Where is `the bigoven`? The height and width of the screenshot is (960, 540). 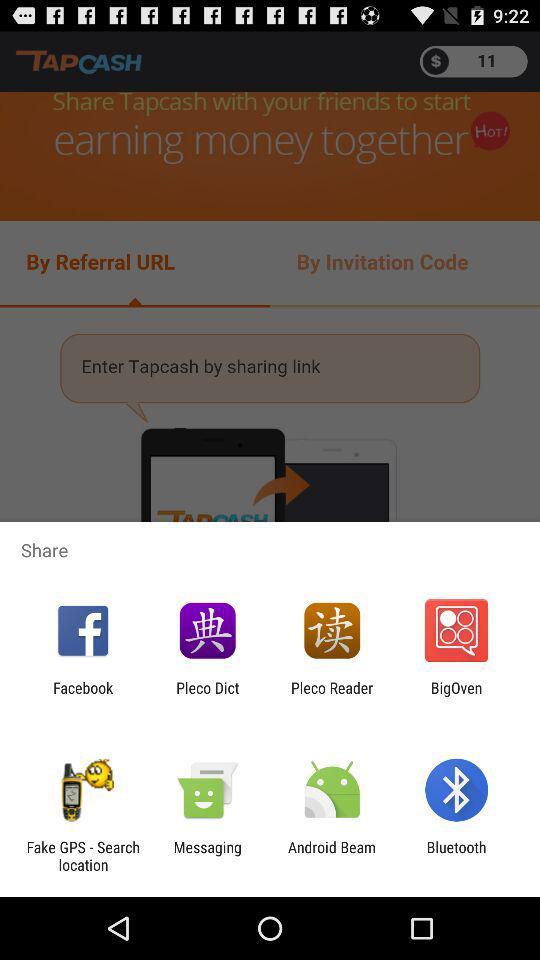 the bigoven is located at coordinates (456, 696).